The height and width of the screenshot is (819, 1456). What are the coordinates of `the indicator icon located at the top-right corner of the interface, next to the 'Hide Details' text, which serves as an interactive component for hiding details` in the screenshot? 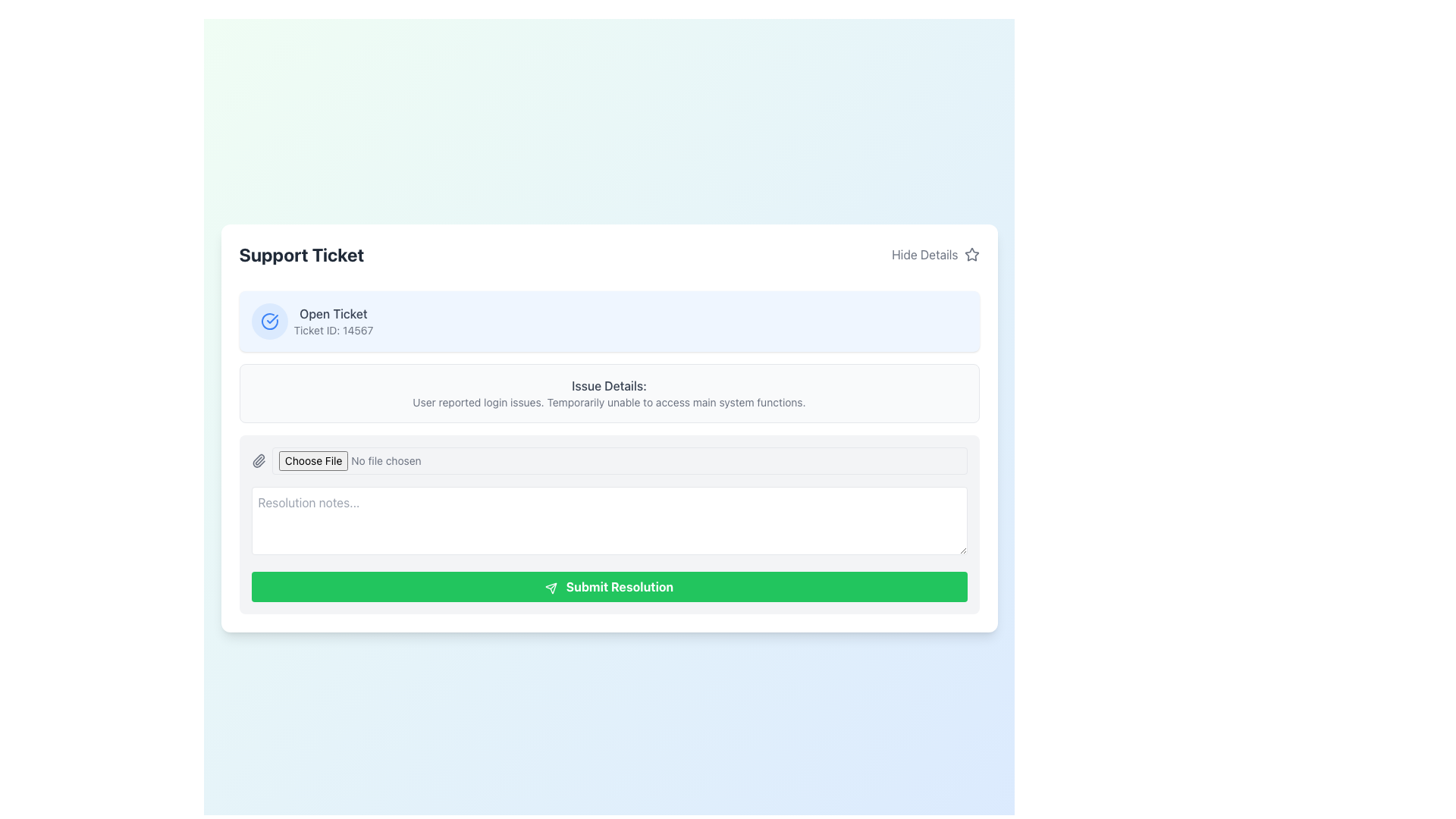 It's located at (971, 253).